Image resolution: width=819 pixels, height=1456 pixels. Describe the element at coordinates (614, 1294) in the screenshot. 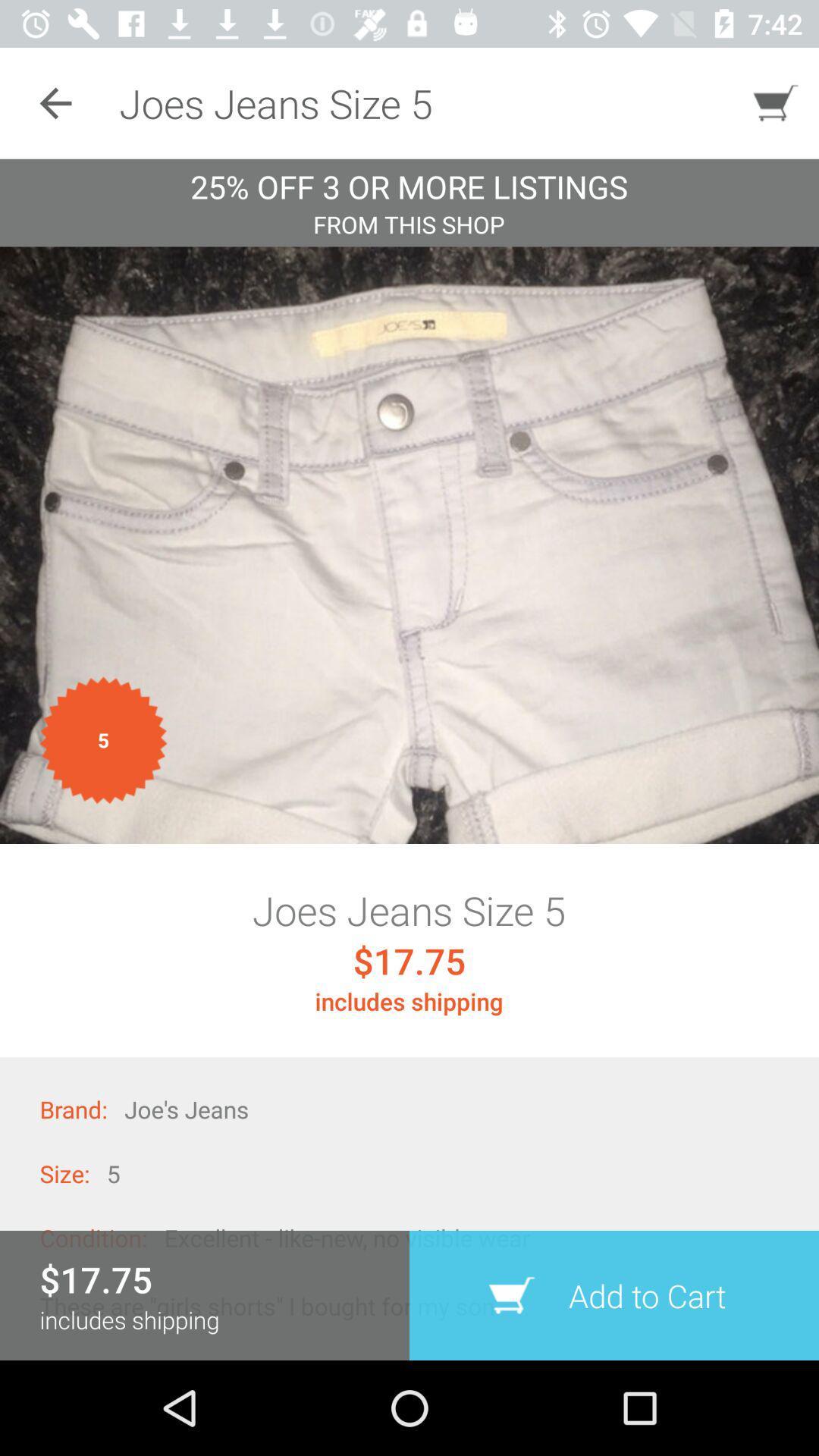

I see `the icon below the includes shipping` at that location.